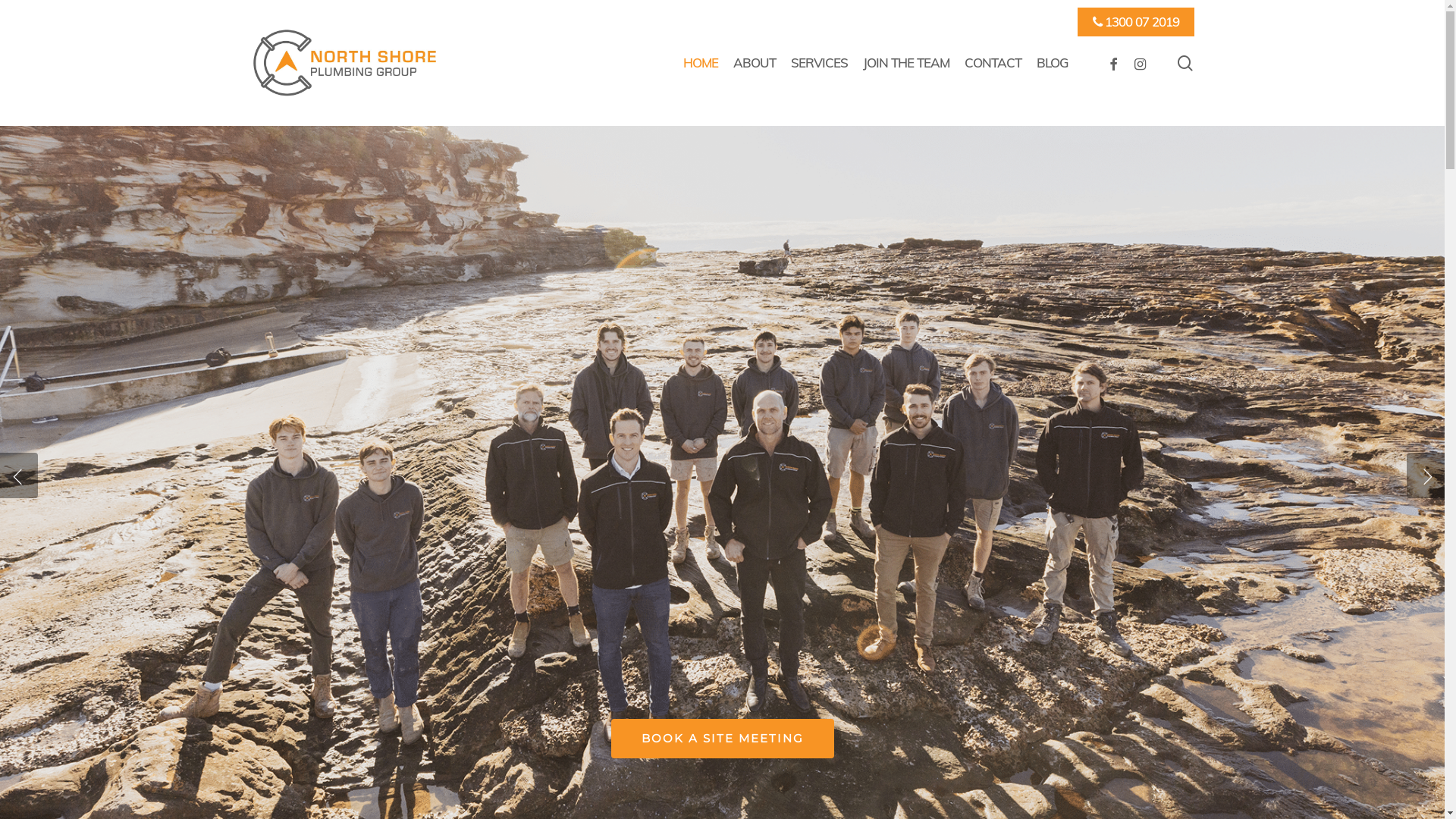  What do you see at coordinates (818, 62) in the screenshot?
I see `'SERVICES'` at bounding box center [818, 62].